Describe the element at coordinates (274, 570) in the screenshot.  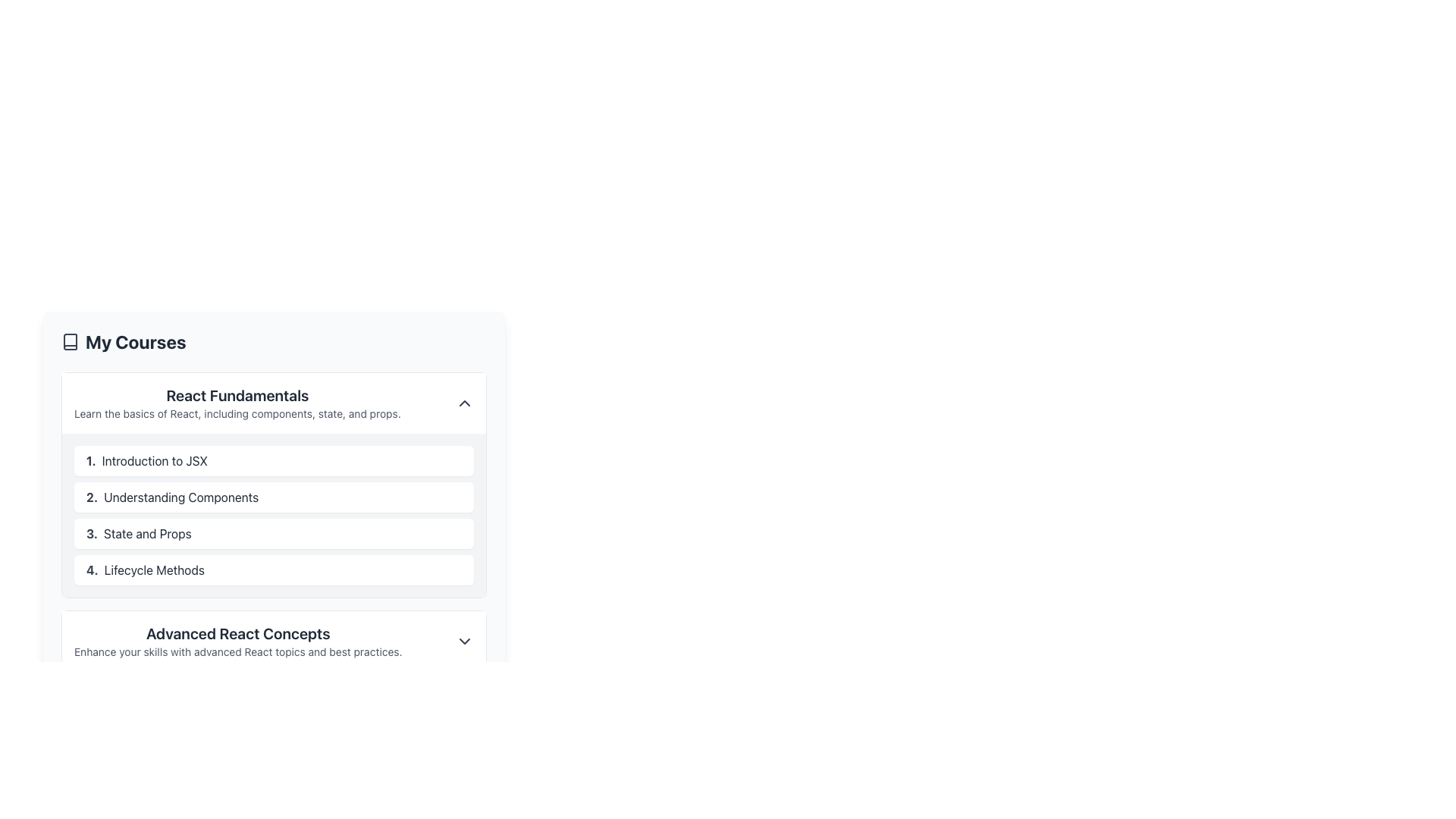
I see `the 'Lifecycle Methods' list item, the fourth item under the 'React Fundamentals' section, to highlight this topic` at that location.